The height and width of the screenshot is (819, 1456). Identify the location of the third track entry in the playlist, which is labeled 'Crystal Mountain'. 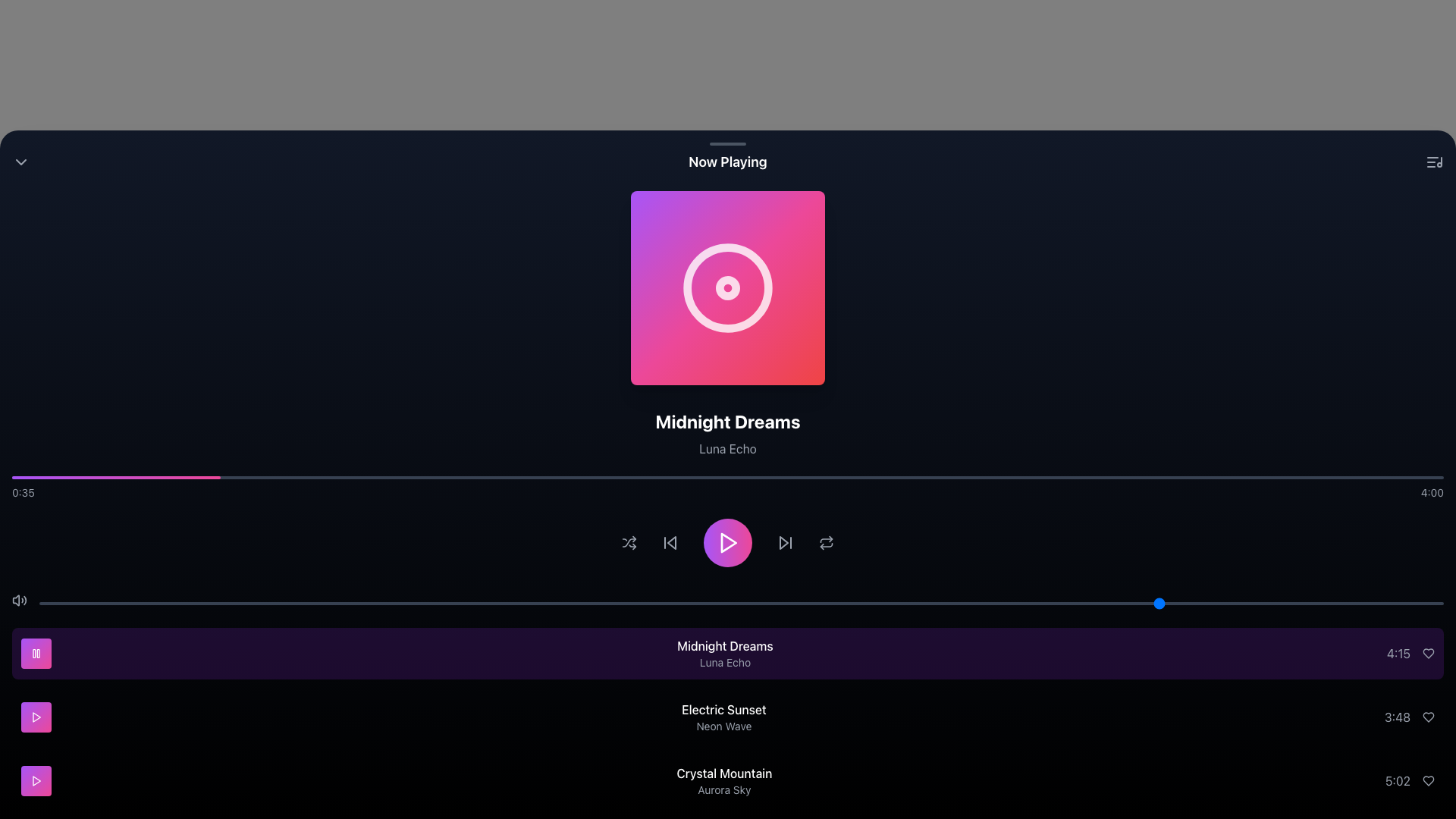
(728, 780).